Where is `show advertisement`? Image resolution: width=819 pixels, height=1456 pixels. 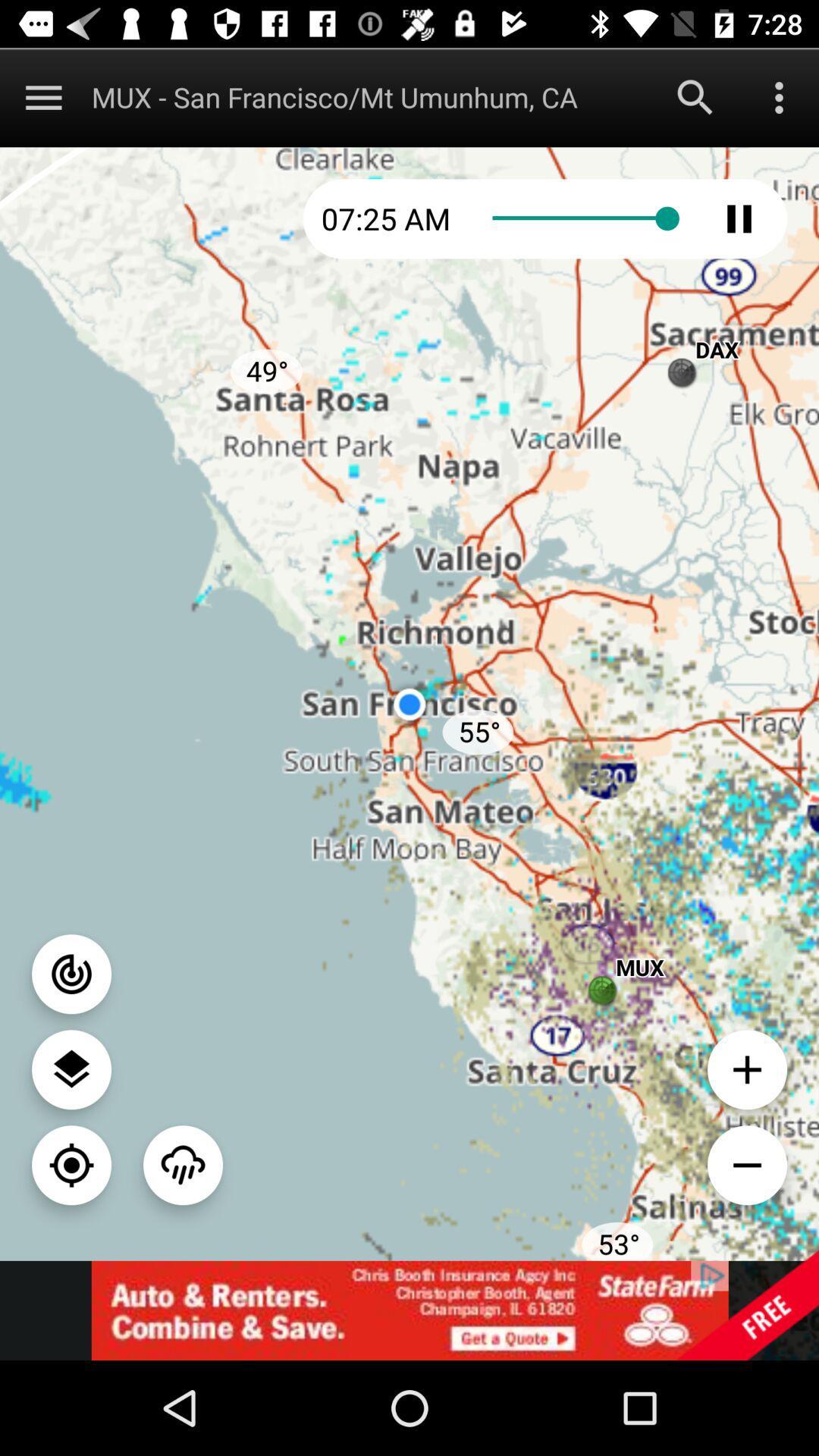
show advertisement is located at coordinates (409, 1310).